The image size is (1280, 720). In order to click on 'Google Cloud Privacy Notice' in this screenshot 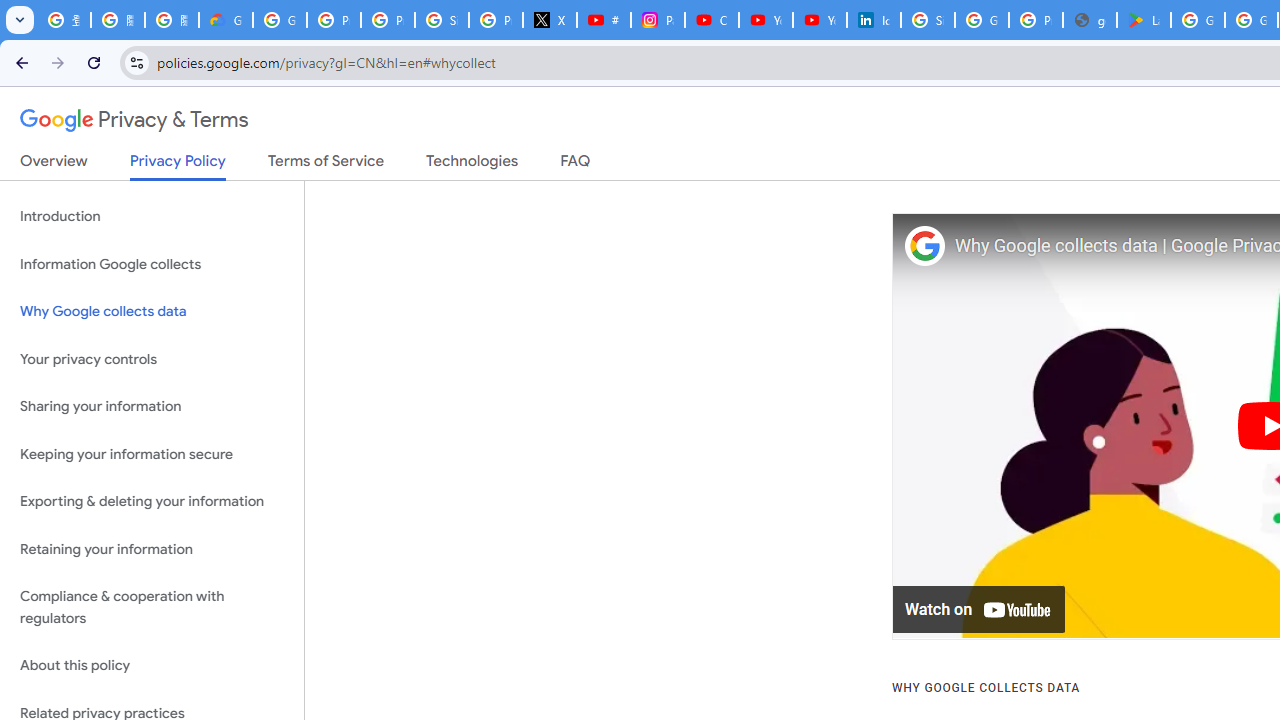, I will do `click(225, 20)`.